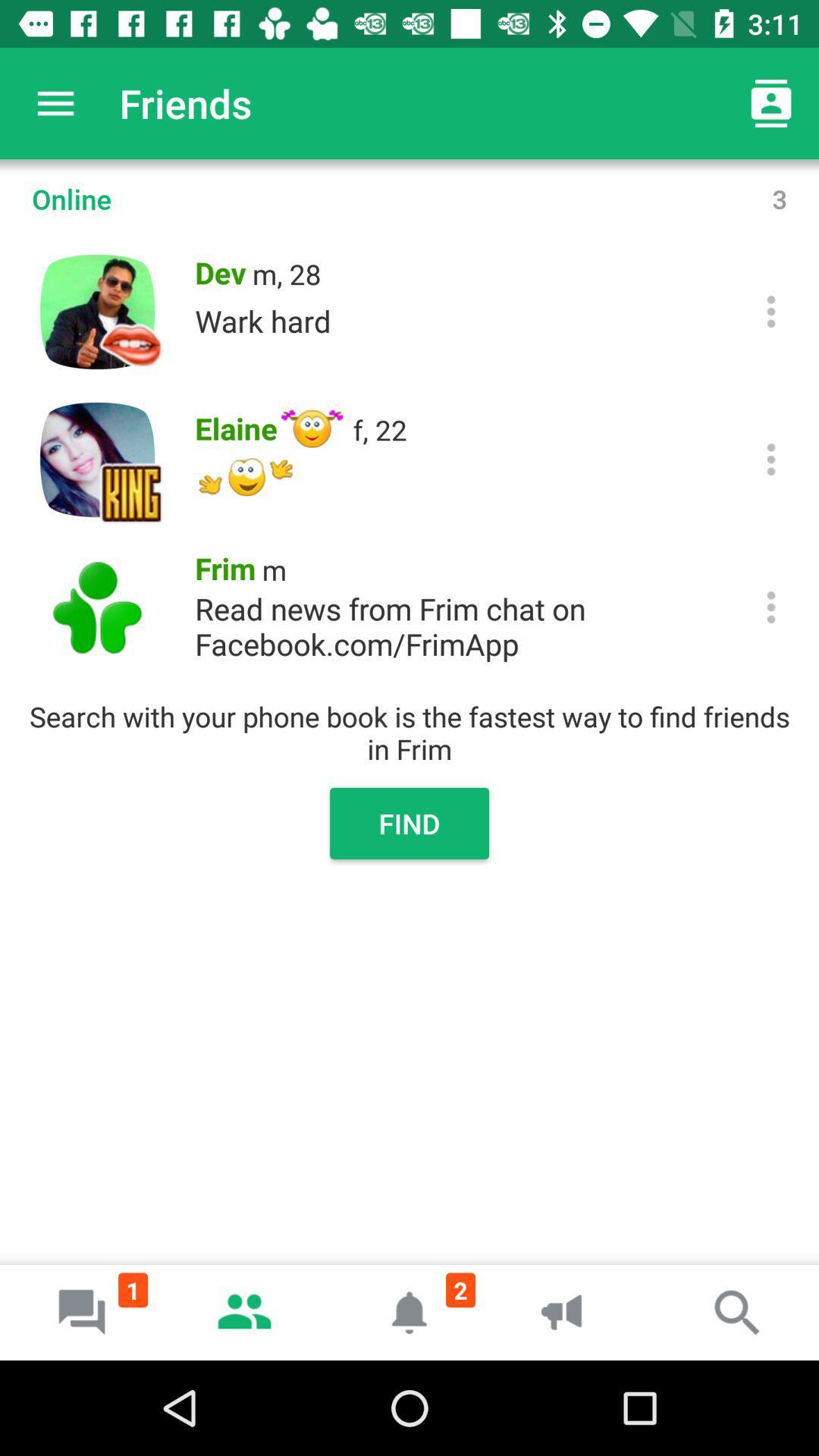  I want to click on more settings, so click(771, 458).